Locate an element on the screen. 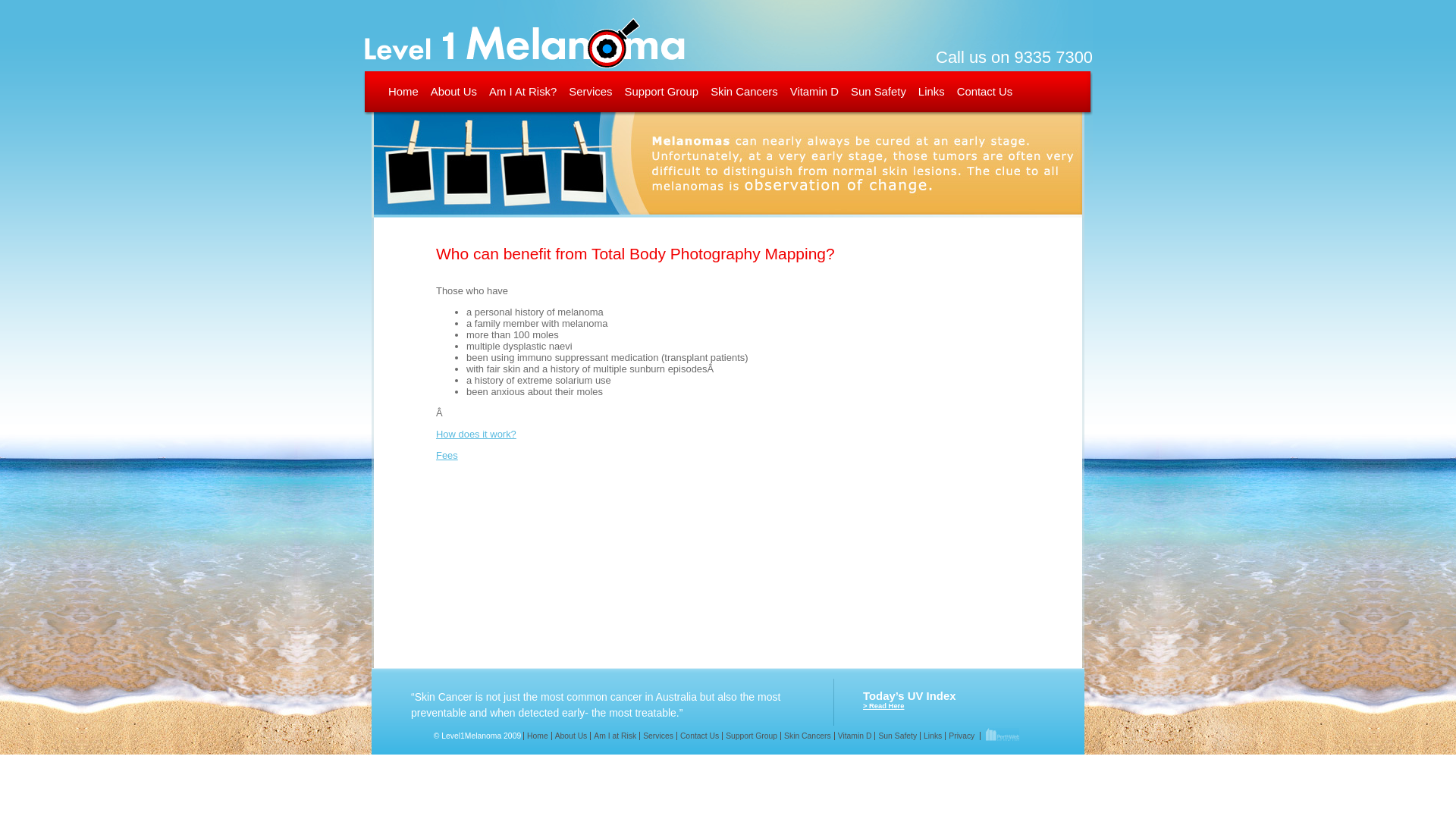 This screenshot has width=1456, height=819. 'Links' is located at coordinates (931, 735).